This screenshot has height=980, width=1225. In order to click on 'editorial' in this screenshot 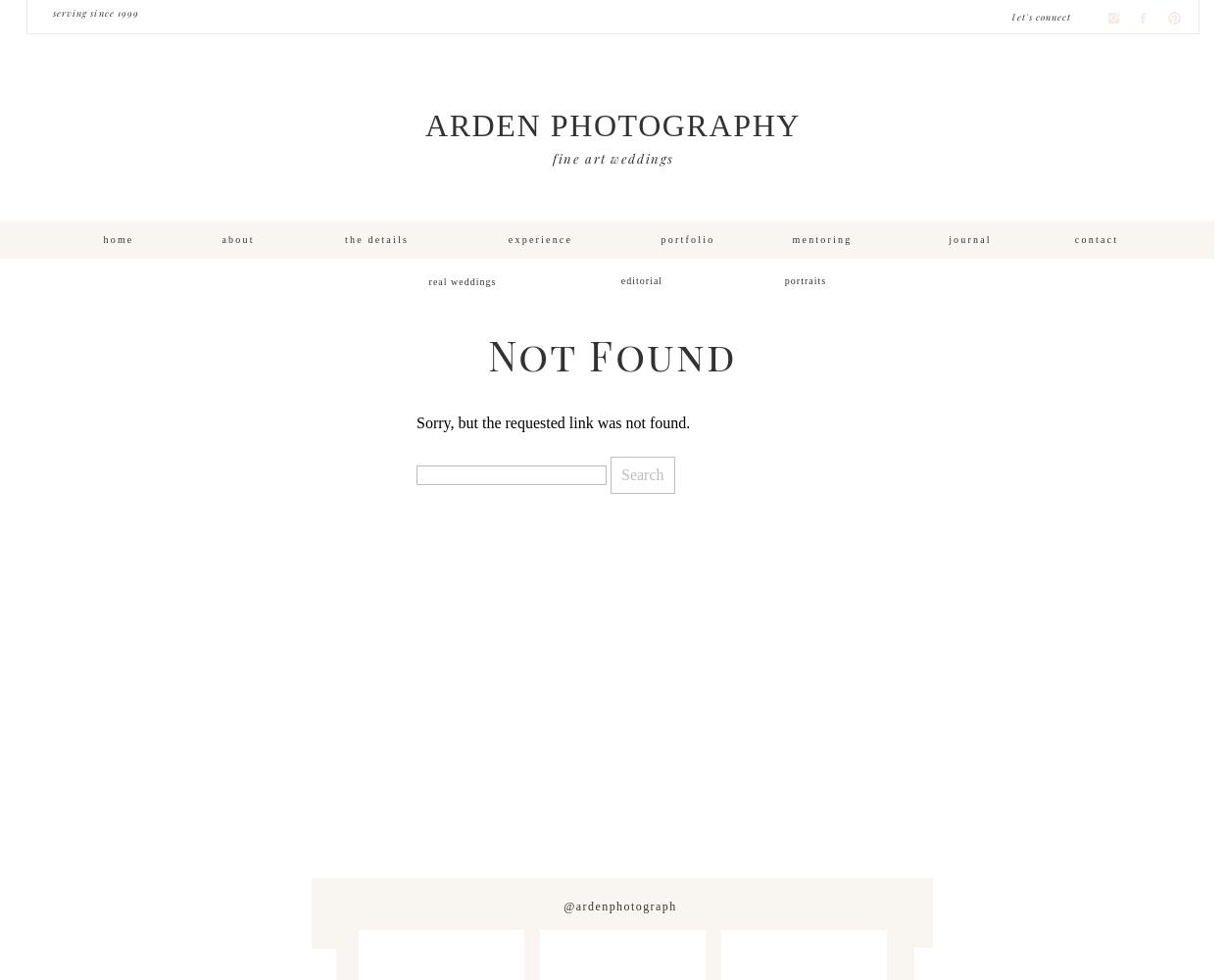, I will do `click(620, 280)`.